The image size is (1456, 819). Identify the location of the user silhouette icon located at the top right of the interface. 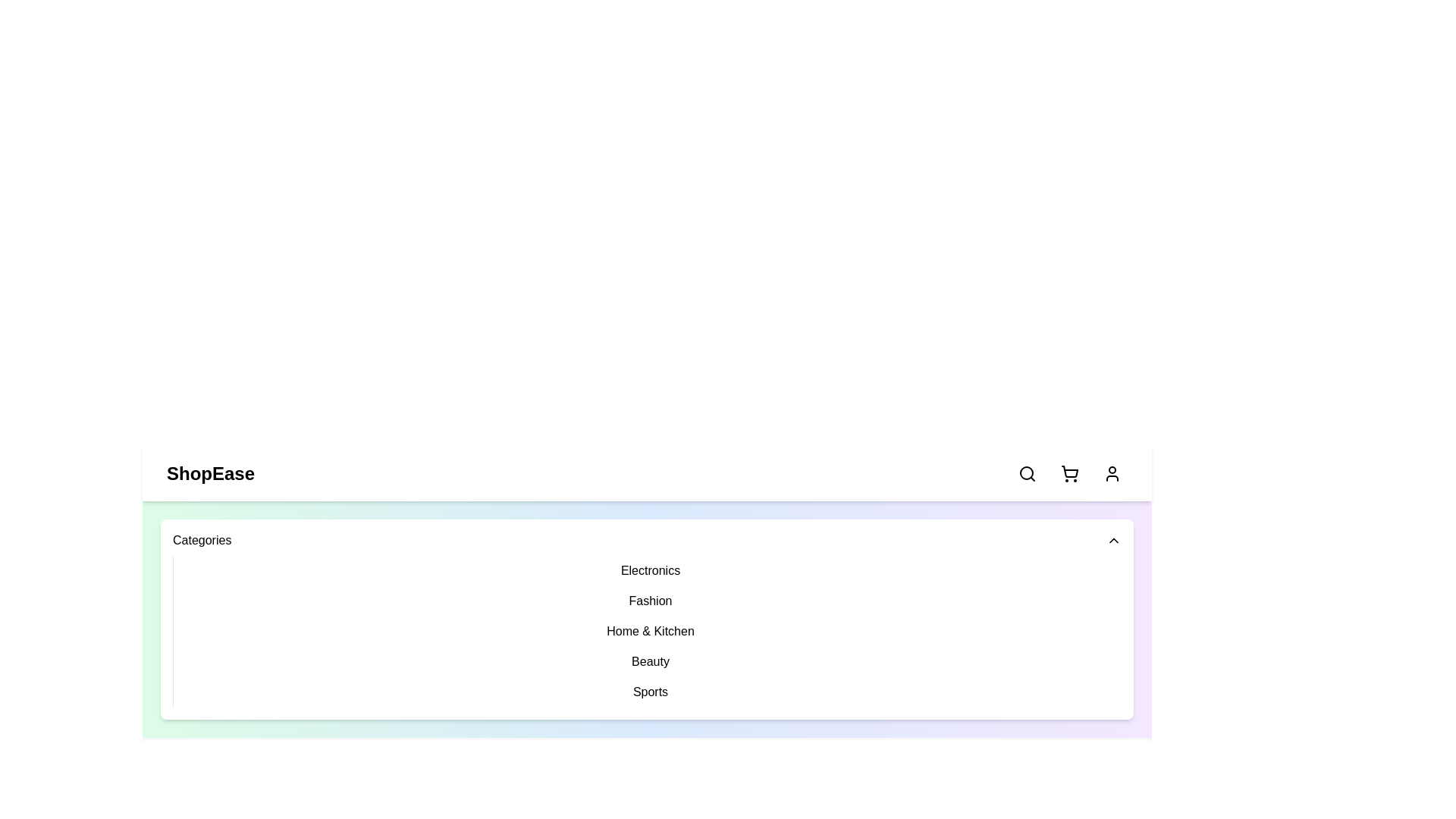
(1112, 472).